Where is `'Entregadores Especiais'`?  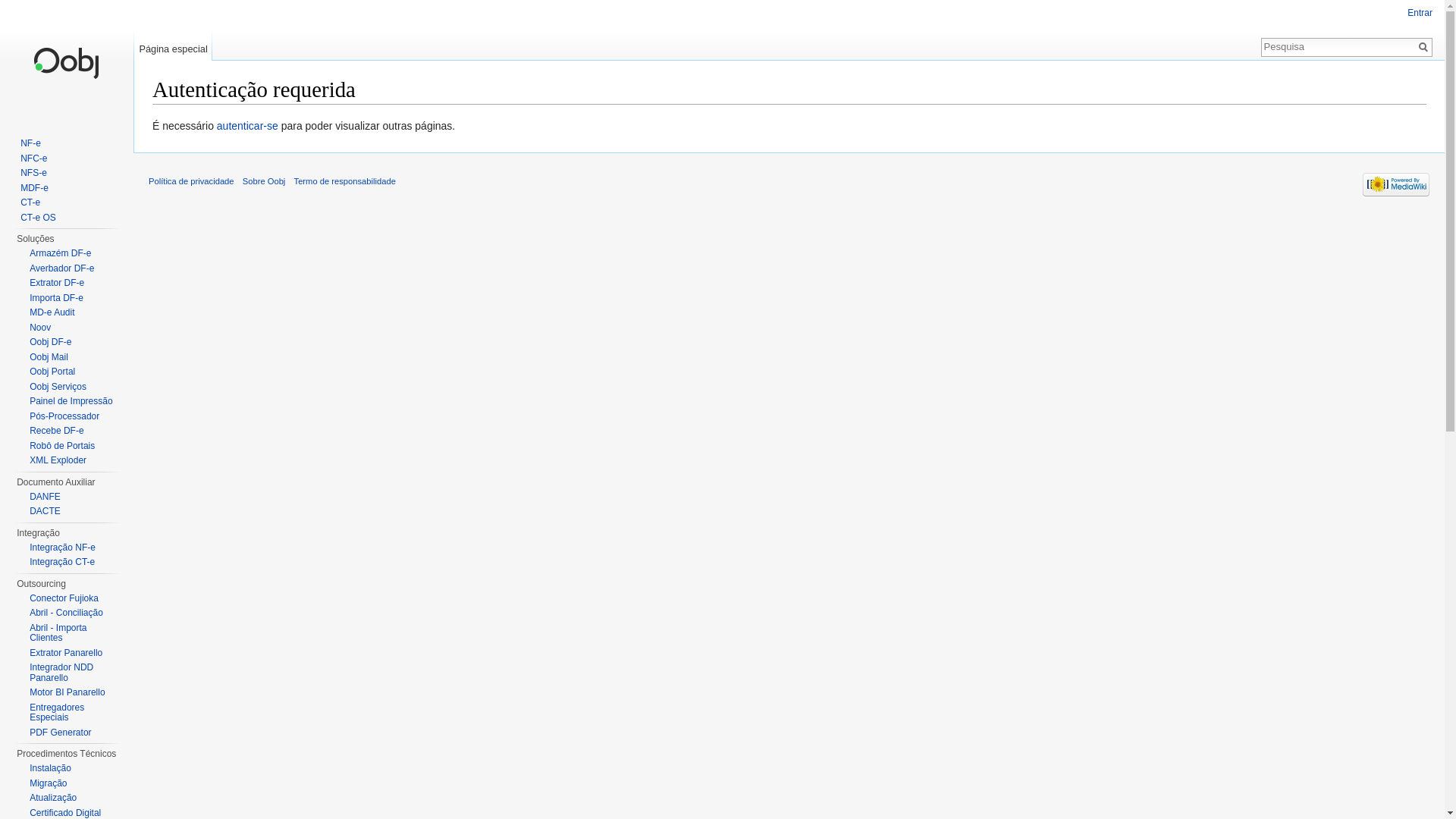 'Entregadores Especiais' is located at coordinates (57, 713).